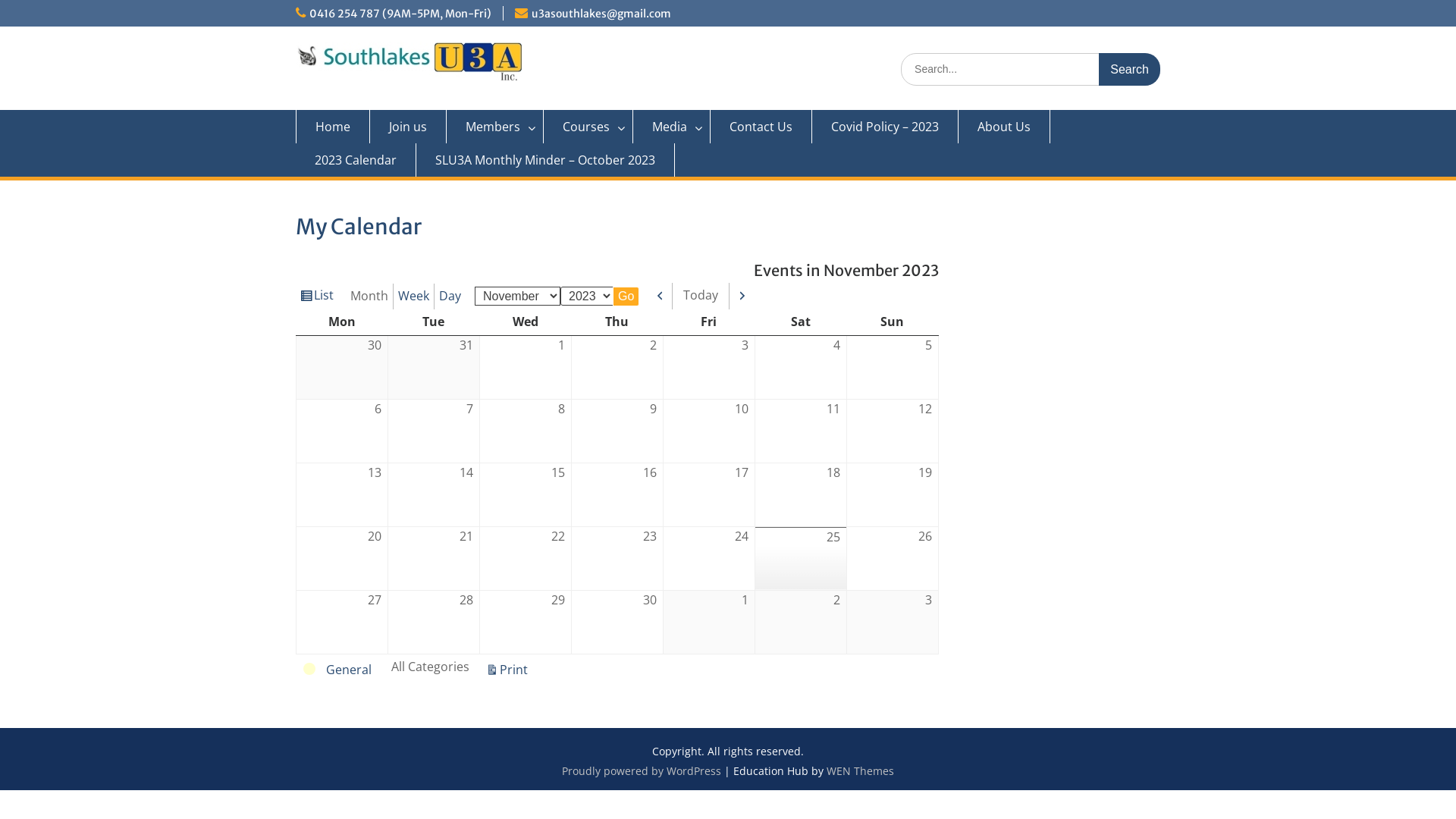 This screenshot has height=819, width=1456. Describe the element at coordinates (600, 14) in the screenshot. I see `'u3asouthlakes@gmail.com'` at that location.